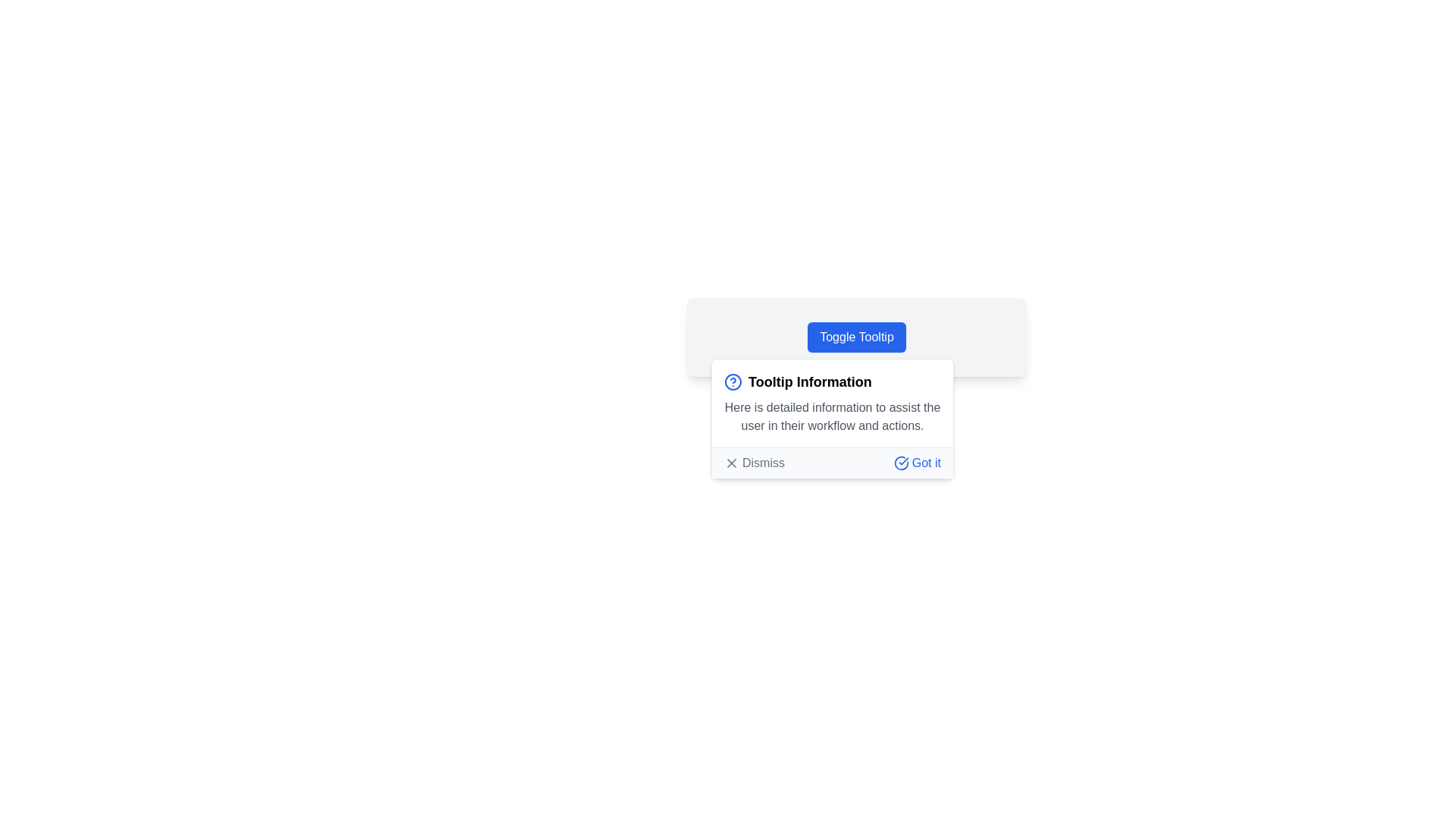  I want to click on inside the tooltip titled 'Tooltip Information' to copy the text content, so click(832, 403).